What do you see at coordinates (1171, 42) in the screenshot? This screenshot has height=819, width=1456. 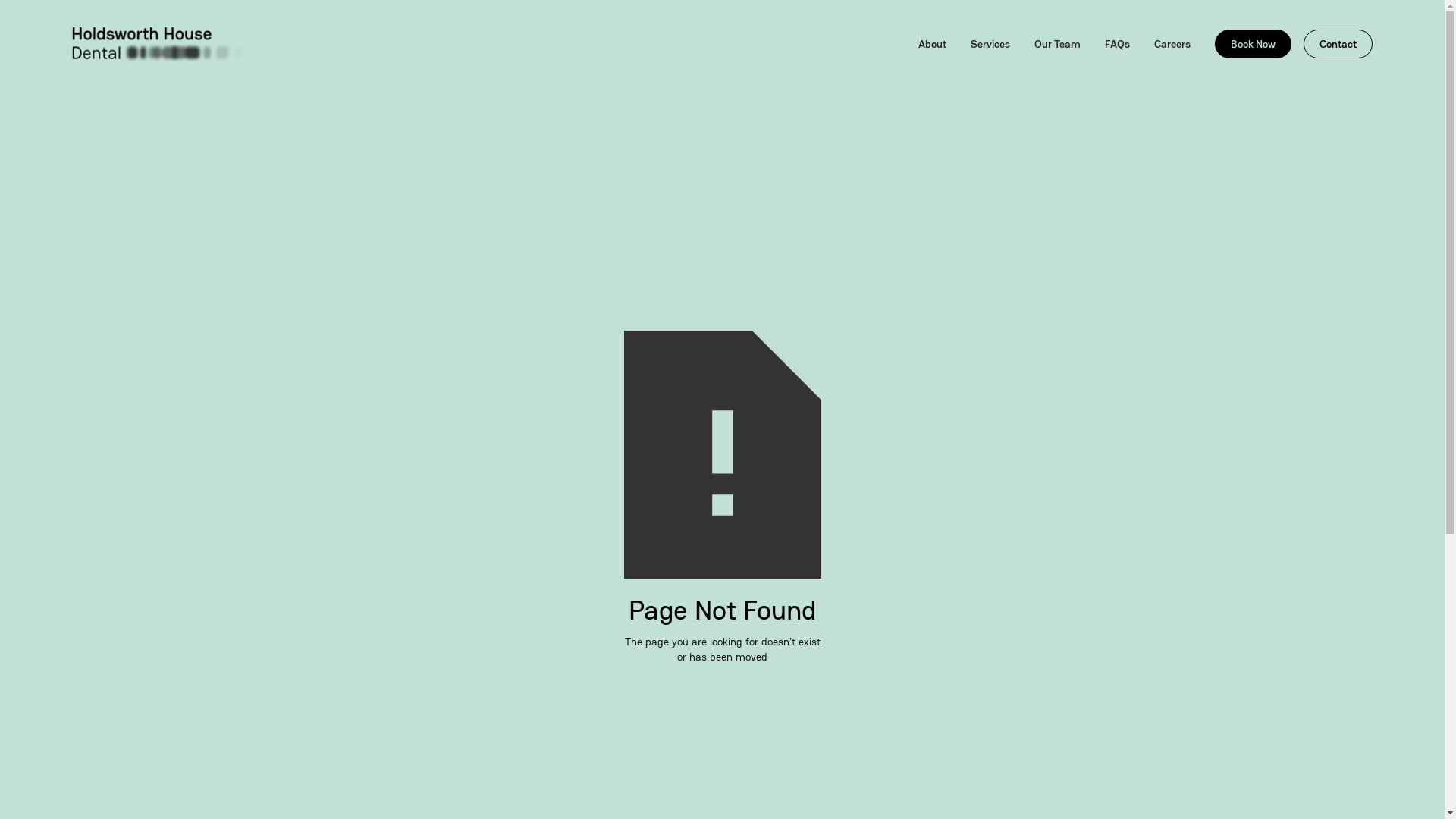 I see `'Careers'` at bounding box center [1171, 42].